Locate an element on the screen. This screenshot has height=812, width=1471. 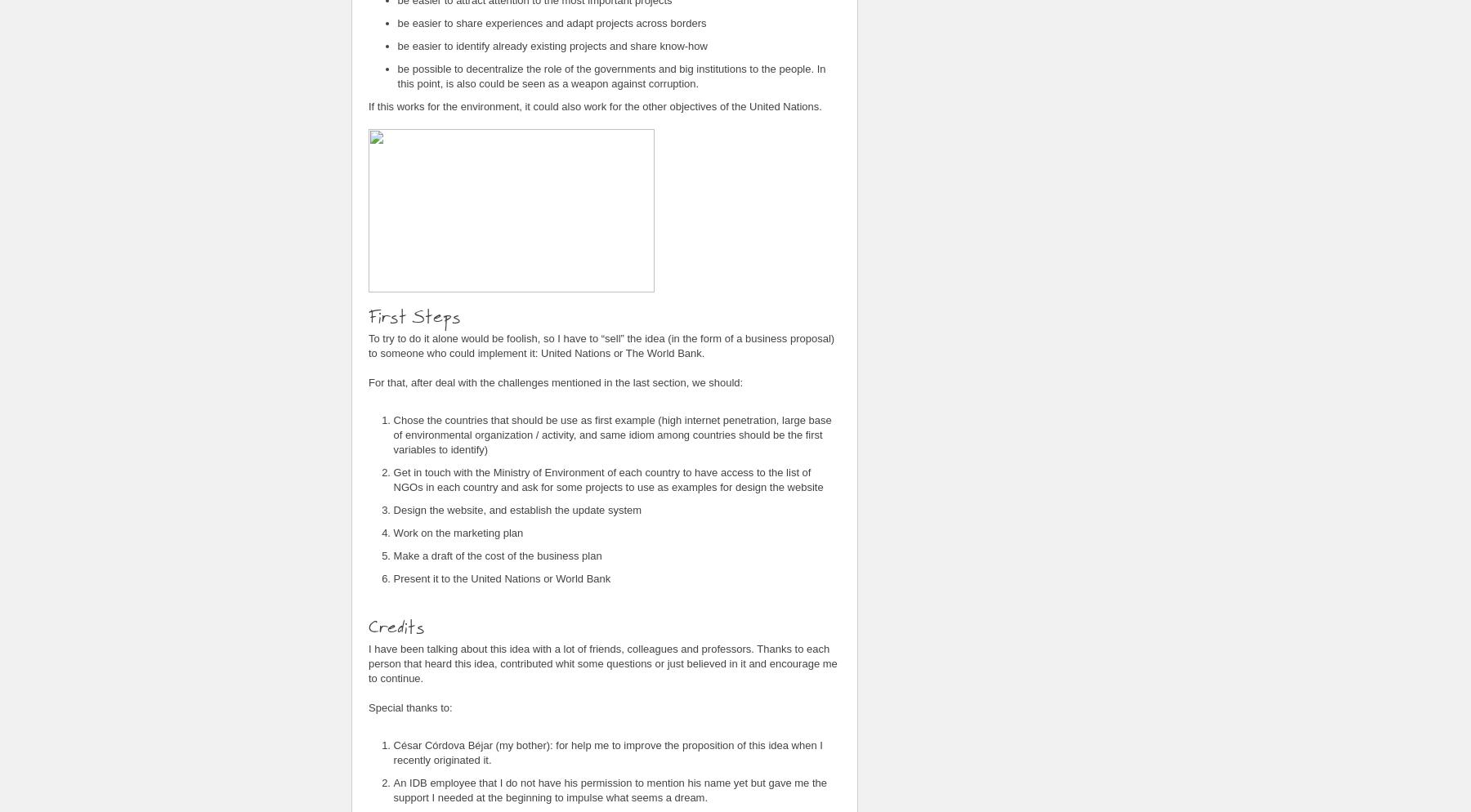
'Present it to the United Nations or World Bank' is located at coordinates (501, 577).